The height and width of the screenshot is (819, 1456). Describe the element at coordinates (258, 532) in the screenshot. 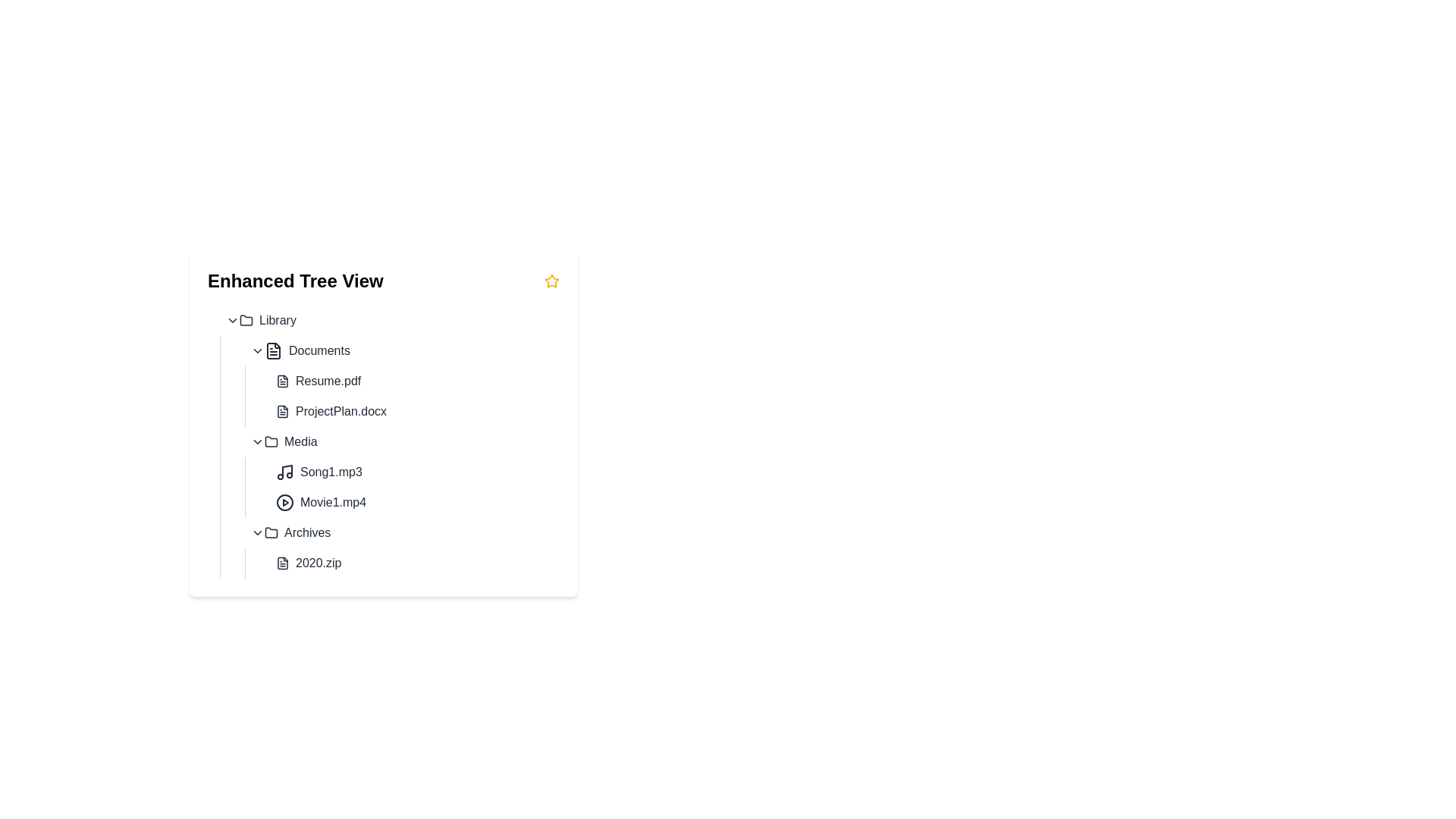

I see `the chevron dropdown indicator icon next to the 'Archives' label` at that location.